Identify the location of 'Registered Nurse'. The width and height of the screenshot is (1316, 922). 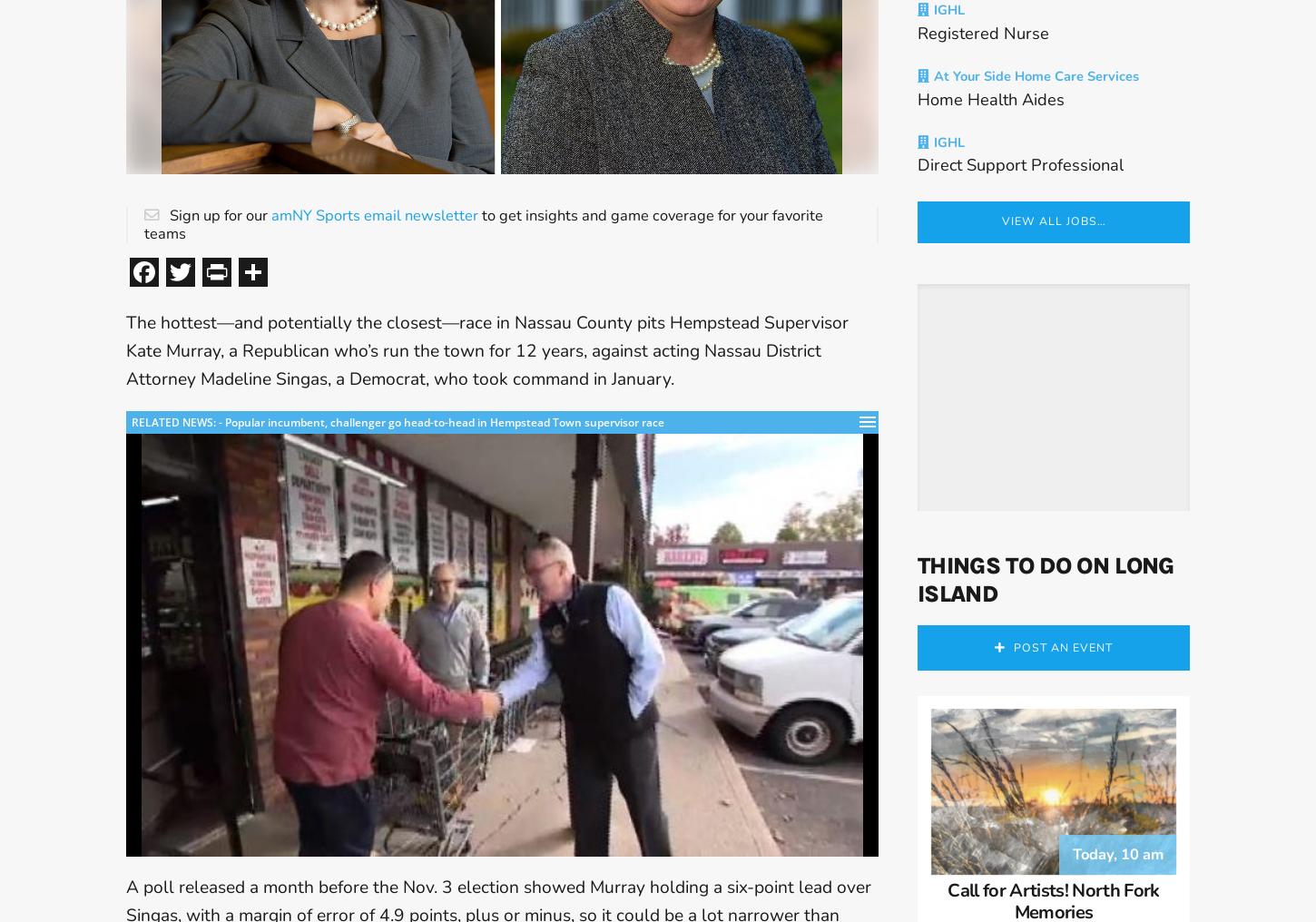
(983, 40).